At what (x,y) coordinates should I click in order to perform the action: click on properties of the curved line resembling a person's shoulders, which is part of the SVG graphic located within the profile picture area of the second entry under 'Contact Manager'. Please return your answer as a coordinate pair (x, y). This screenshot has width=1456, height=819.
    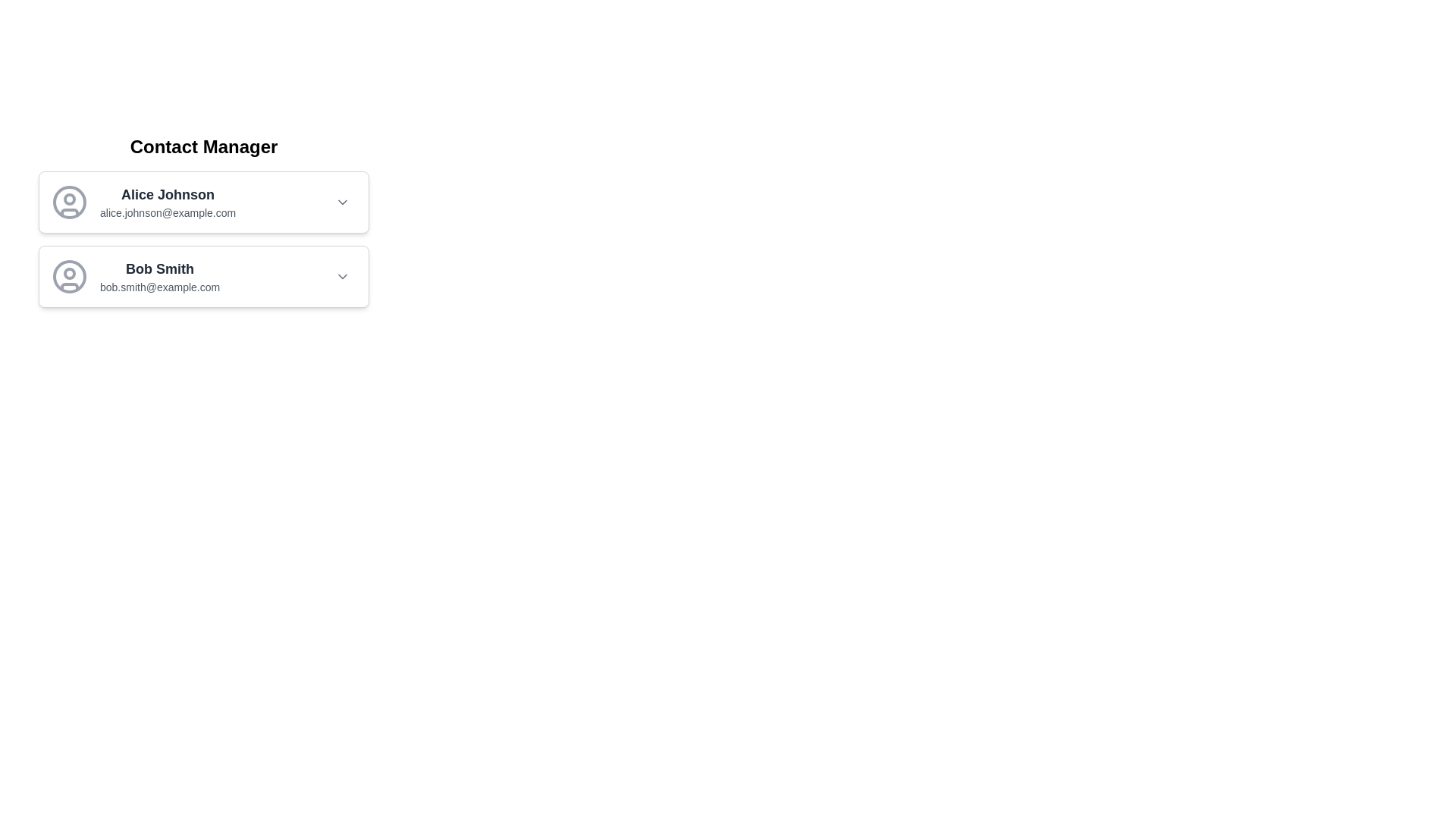
    Looking at the image, I should click on (68, 287).